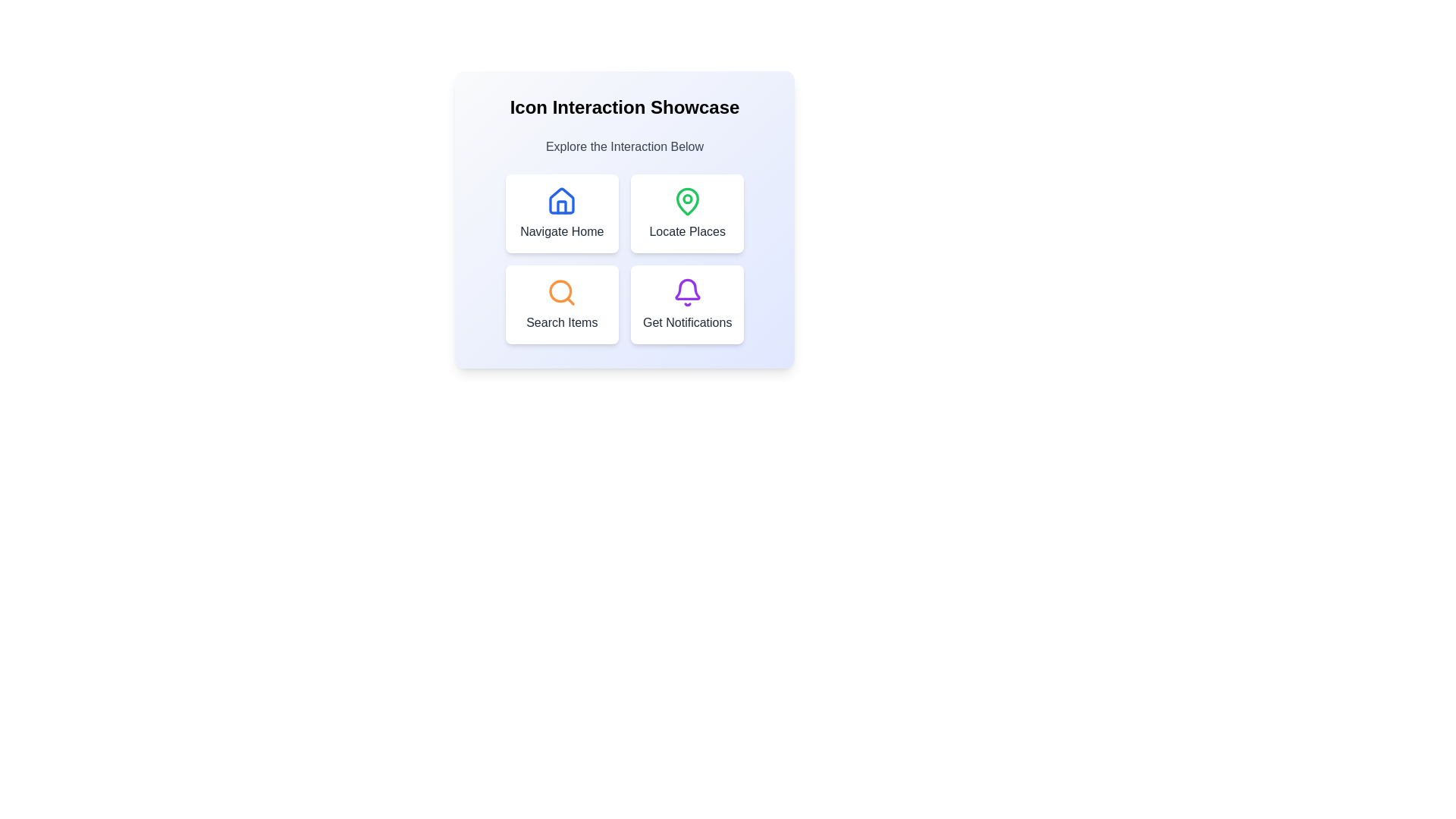 The height and width of the screenshot is (819, 1456). What do you see at coordinates (686, 289) in the screenshot?
I see `the notification bell icon located within the bottom-right card labeled 'Get Notifications'` at bounding box center [686, 289].